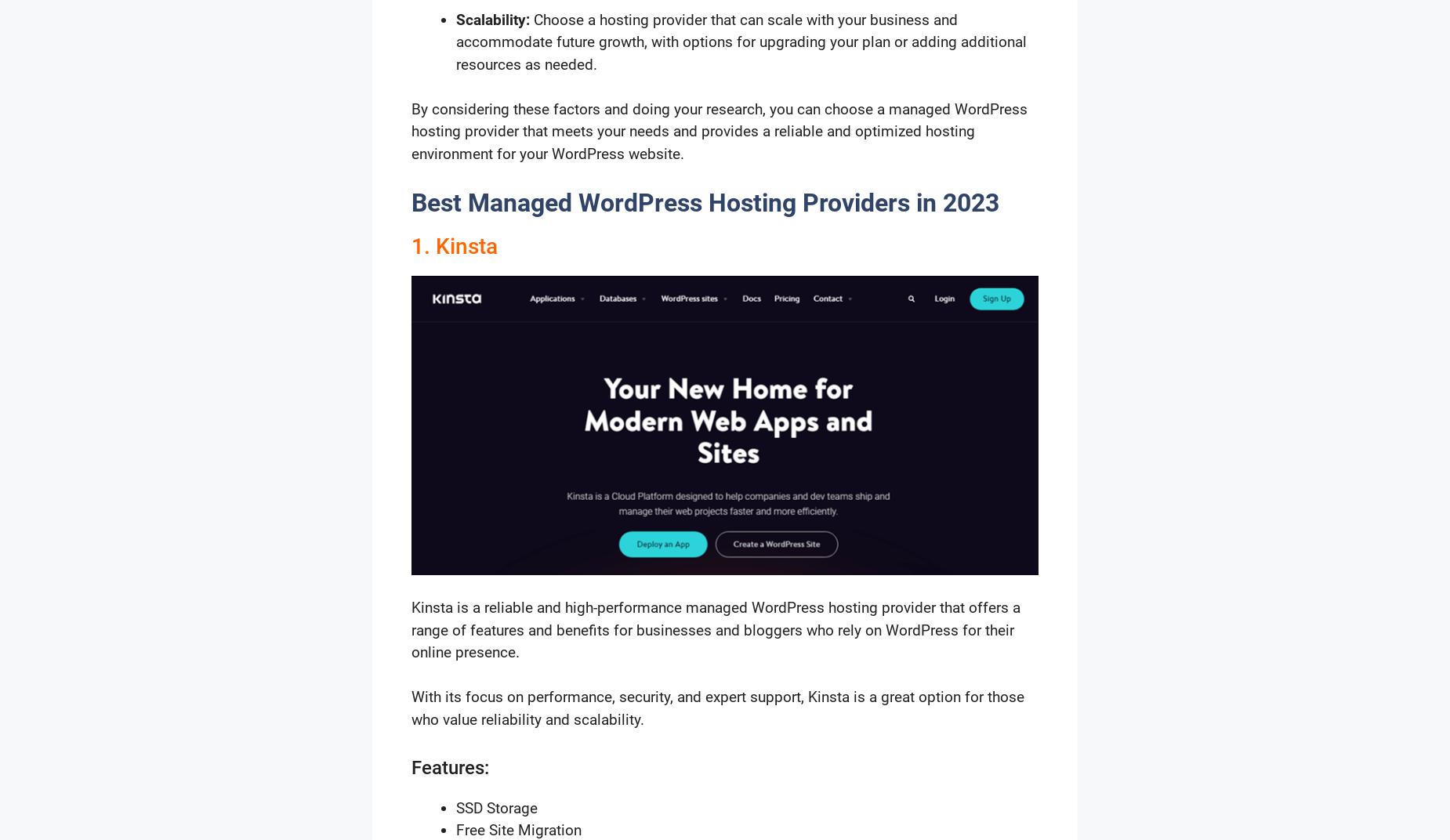 The height and width of the screenshot is (840, 1450). Describe the element at coordinates (454, 244) in the screenshot. I see `'1. Kinsta'` at that location.